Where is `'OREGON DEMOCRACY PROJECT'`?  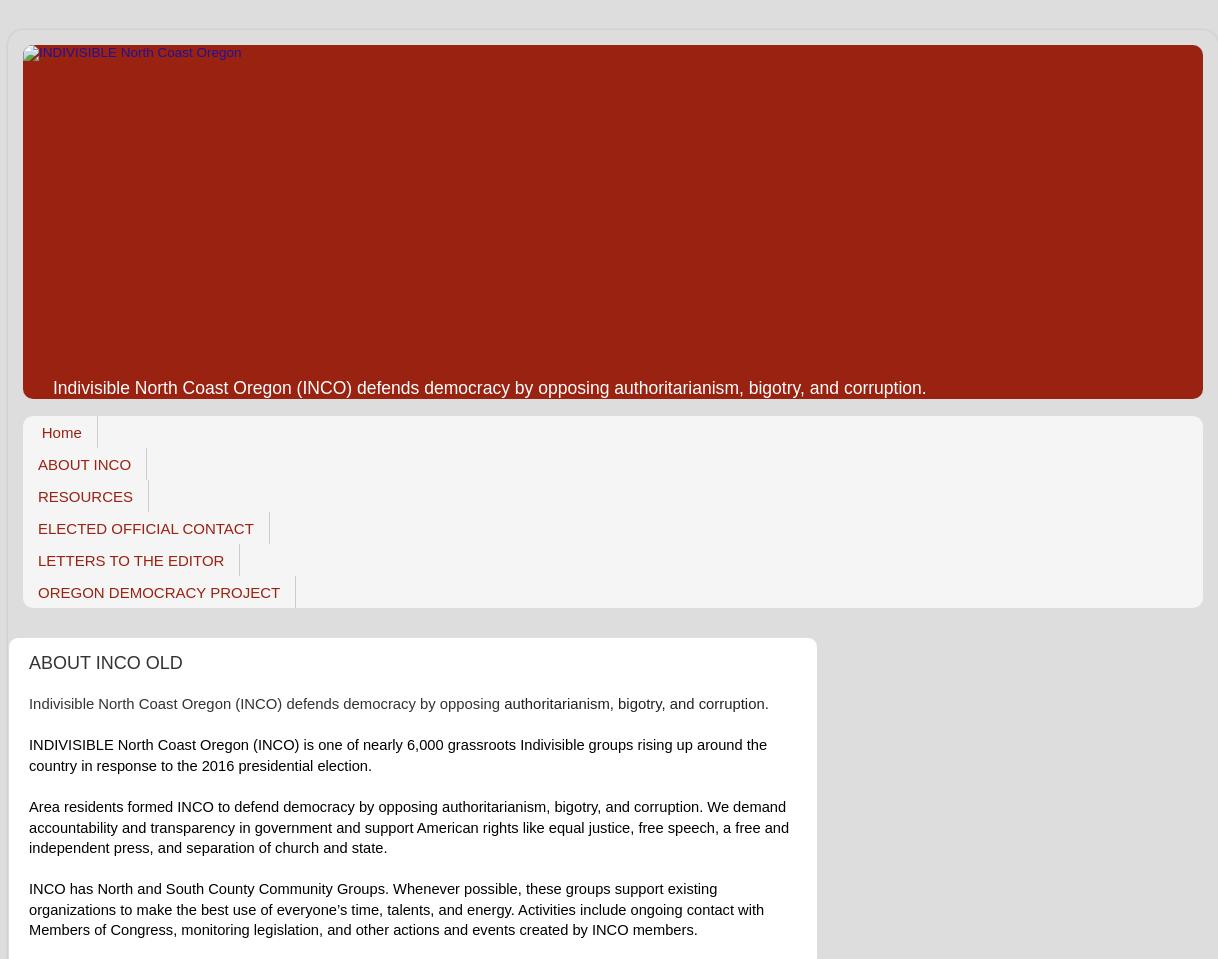 'OREGON DEMOCRACY PROJECT' is located at coordinates (157, 590).